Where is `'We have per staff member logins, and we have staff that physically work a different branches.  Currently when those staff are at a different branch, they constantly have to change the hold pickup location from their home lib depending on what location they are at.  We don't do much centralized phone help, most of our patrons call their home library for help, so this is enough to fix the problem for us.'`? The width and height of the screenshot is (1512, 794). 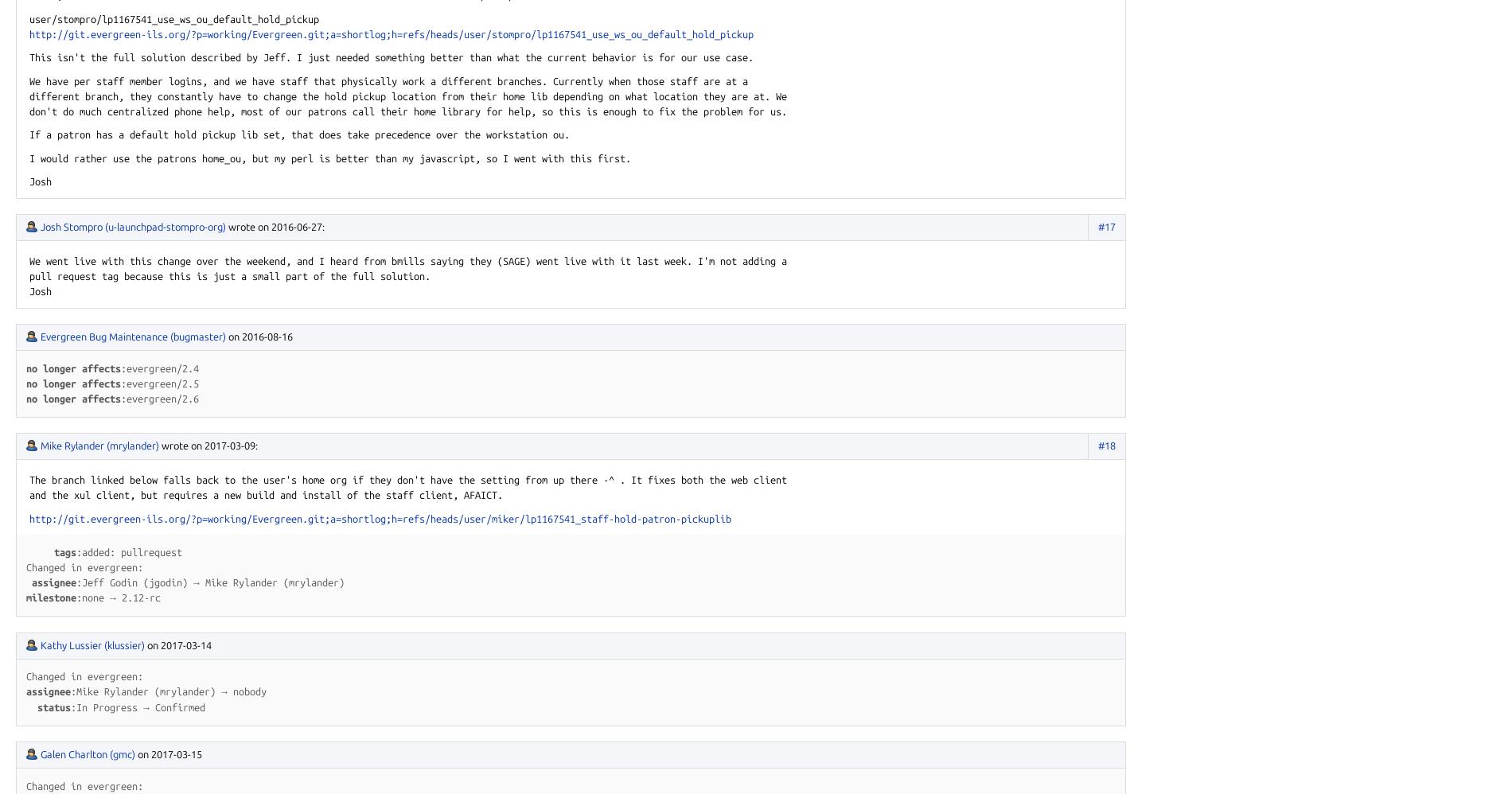
'We have per staff member logins, and we have staff that physically work a different branches.  Currently when those staff are at a different branch, they constantly have to change the hold pickup location from their home lib depending on what location they are at.  We don't do much centralized phone help, most of our patrons call their home library for help, so this is enough to fix the problem for us.' is located at coordinates (408, 95).